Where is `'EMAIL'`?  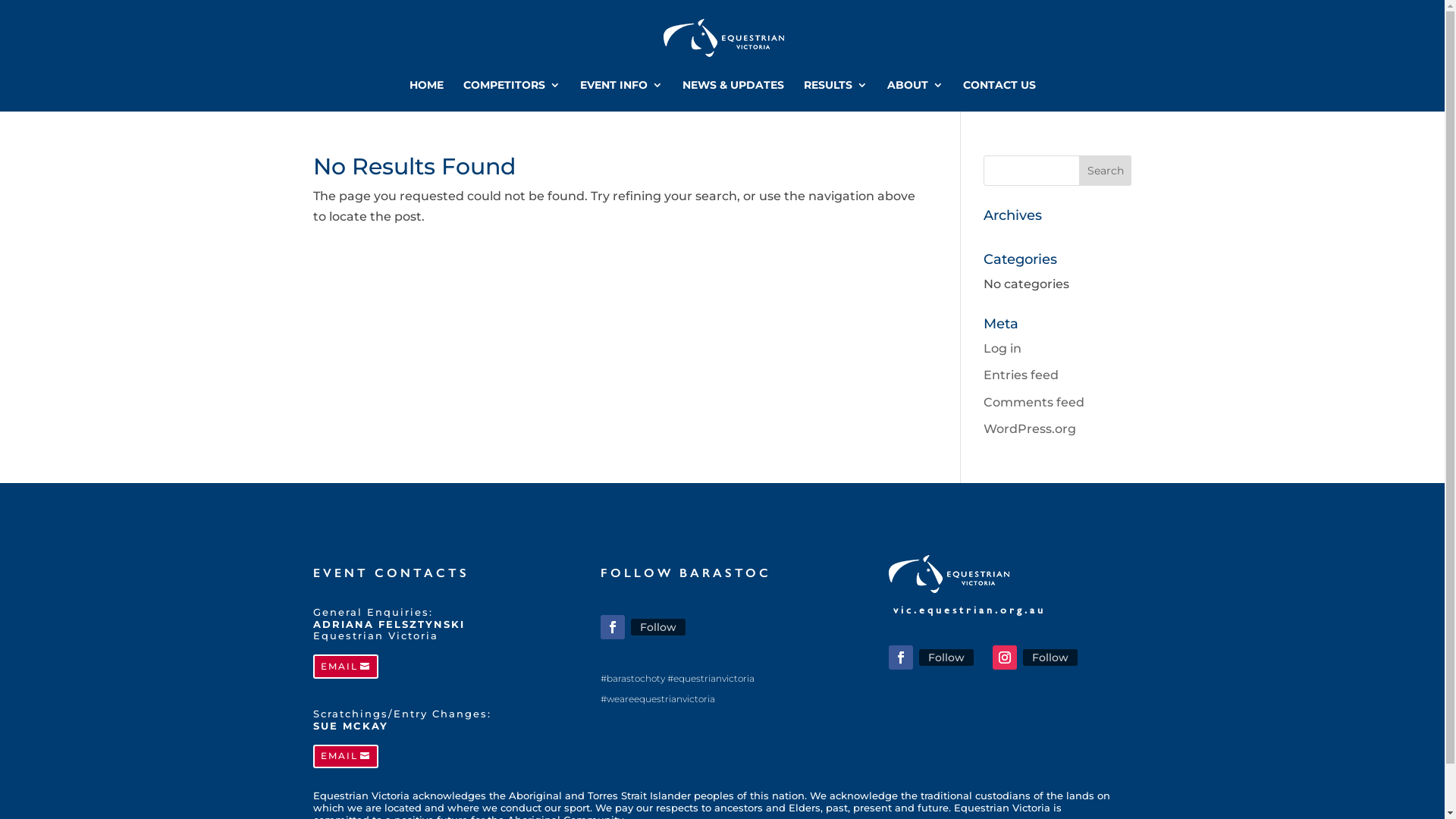
'EMAIL' is located at coordinates (344, 666).